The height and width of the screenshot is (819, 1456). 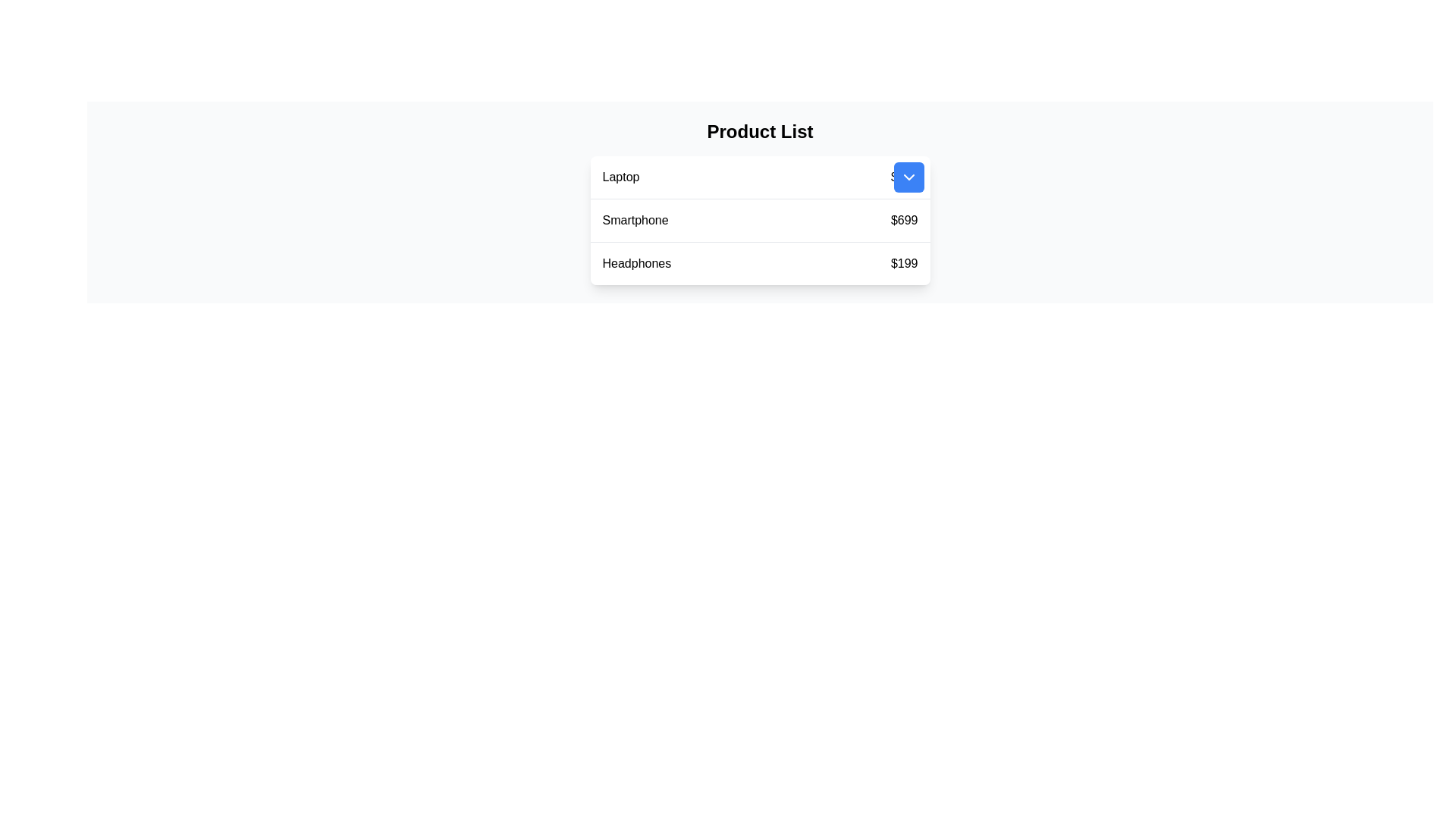 What do you see at coordinates (904, 220) in the screenshot?
I see `price information displayed in the text label for the product 'Smartphone' located in the second row of the product list interface, positioned to the far right of the 'Smartphone' label` at bounding box center [904, 220].